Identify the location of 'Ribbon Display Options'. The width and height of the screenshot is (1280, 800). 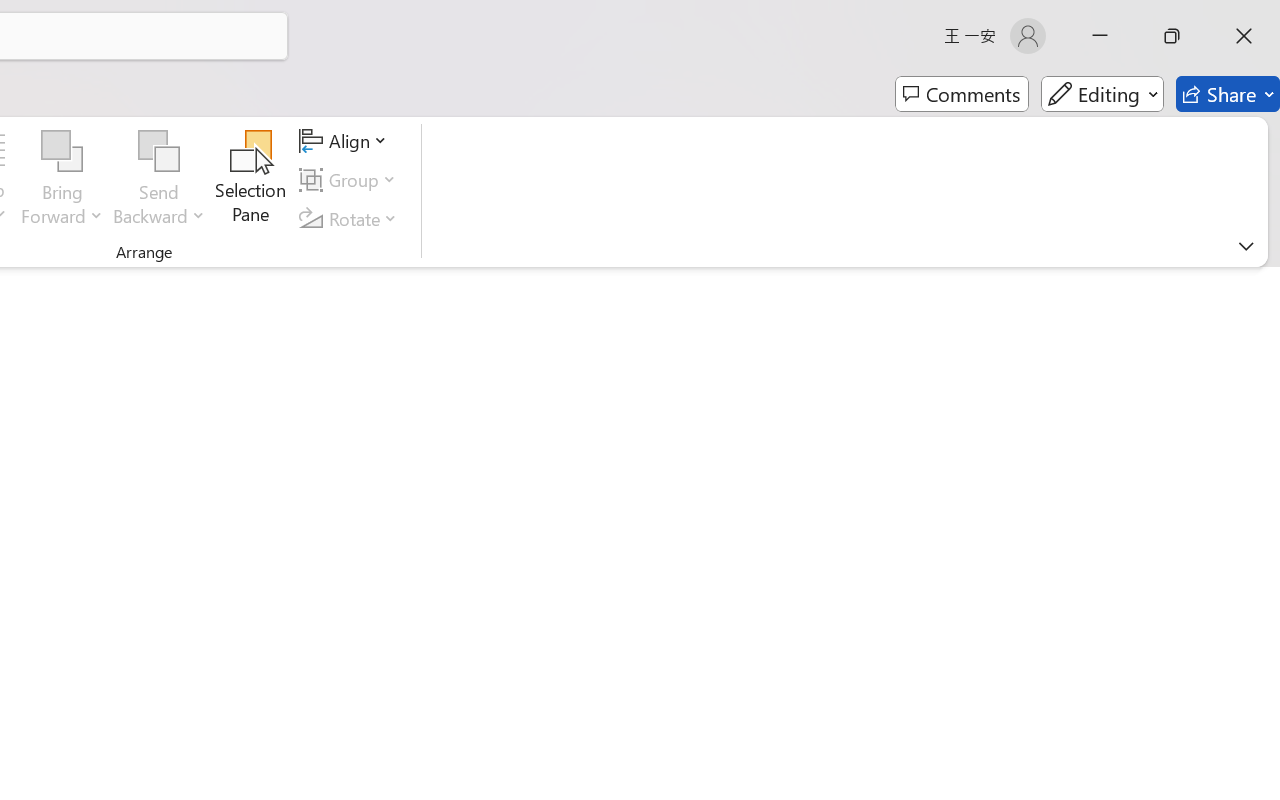
(1245, 245).